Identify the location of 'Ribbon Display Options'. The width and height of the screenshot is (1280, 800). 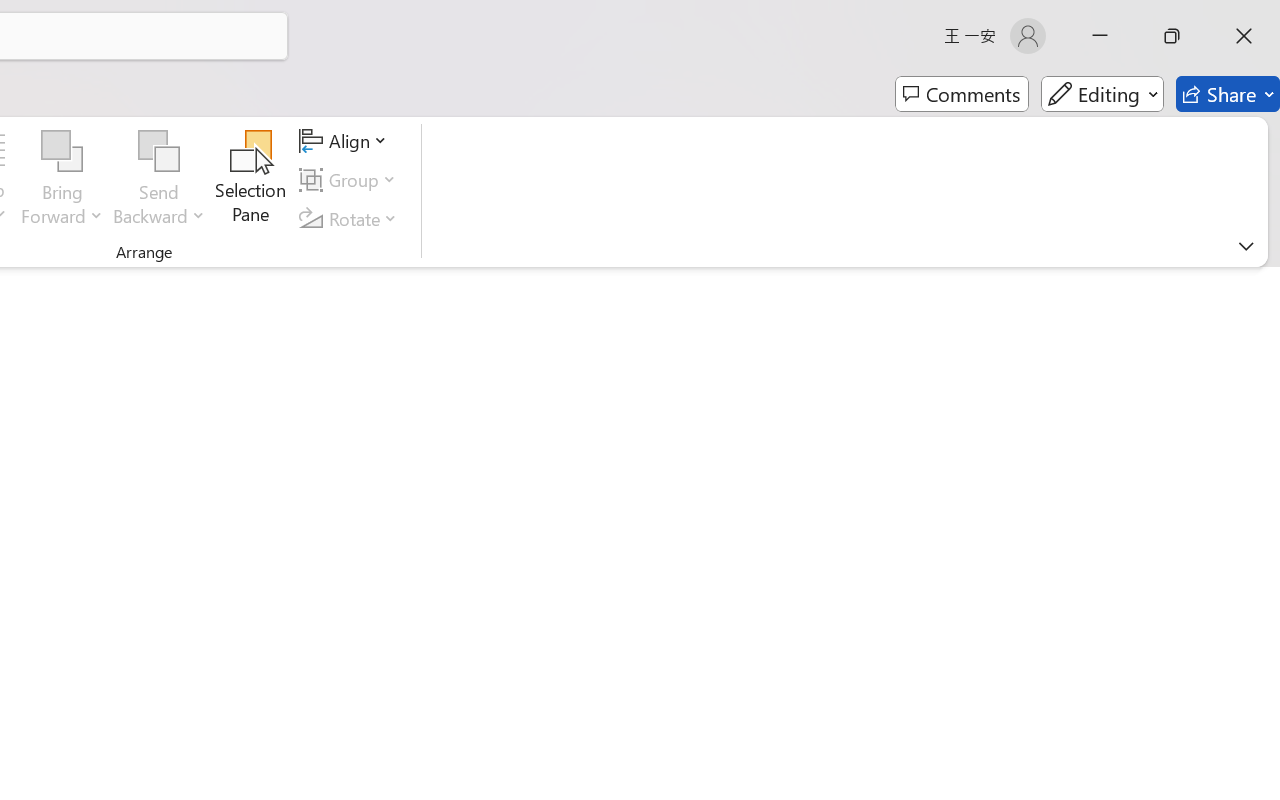
(1245, 245).